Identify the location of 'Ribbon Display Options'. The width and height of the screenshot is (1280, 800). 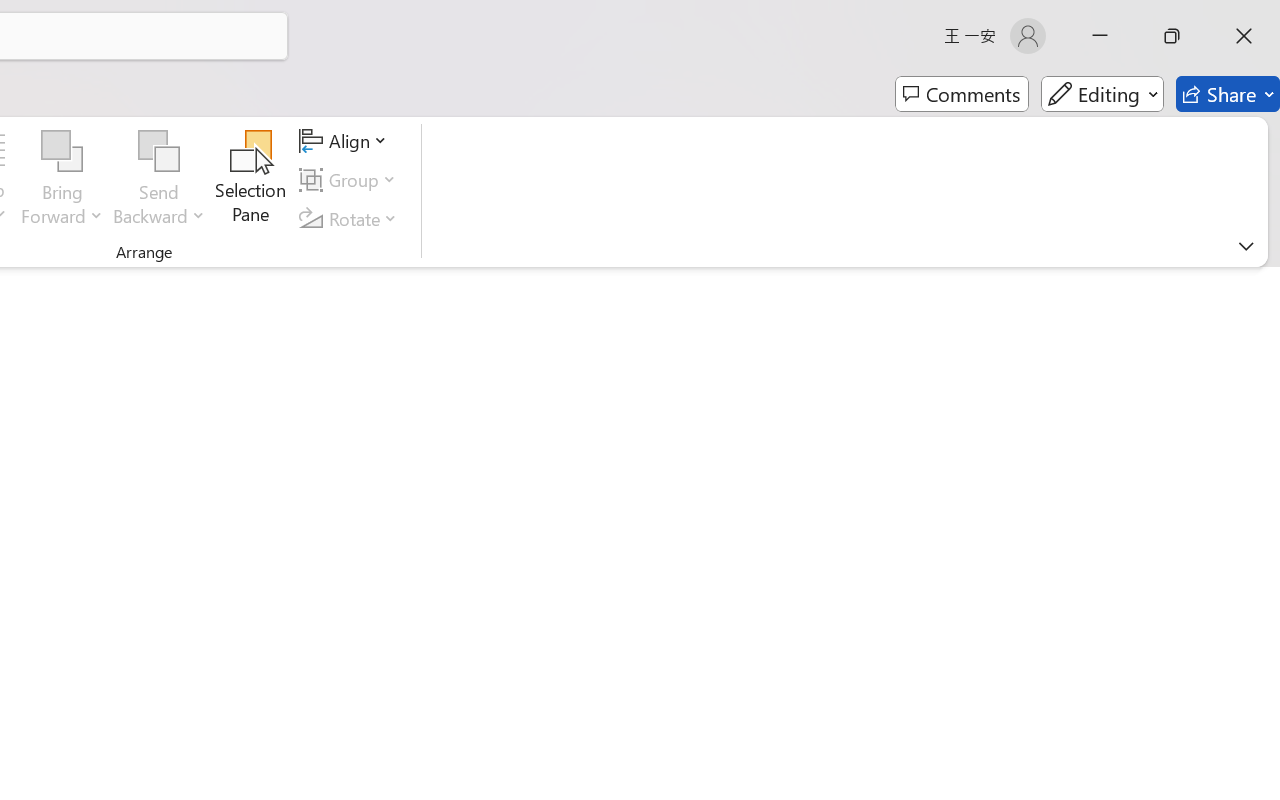
(1245, 245).